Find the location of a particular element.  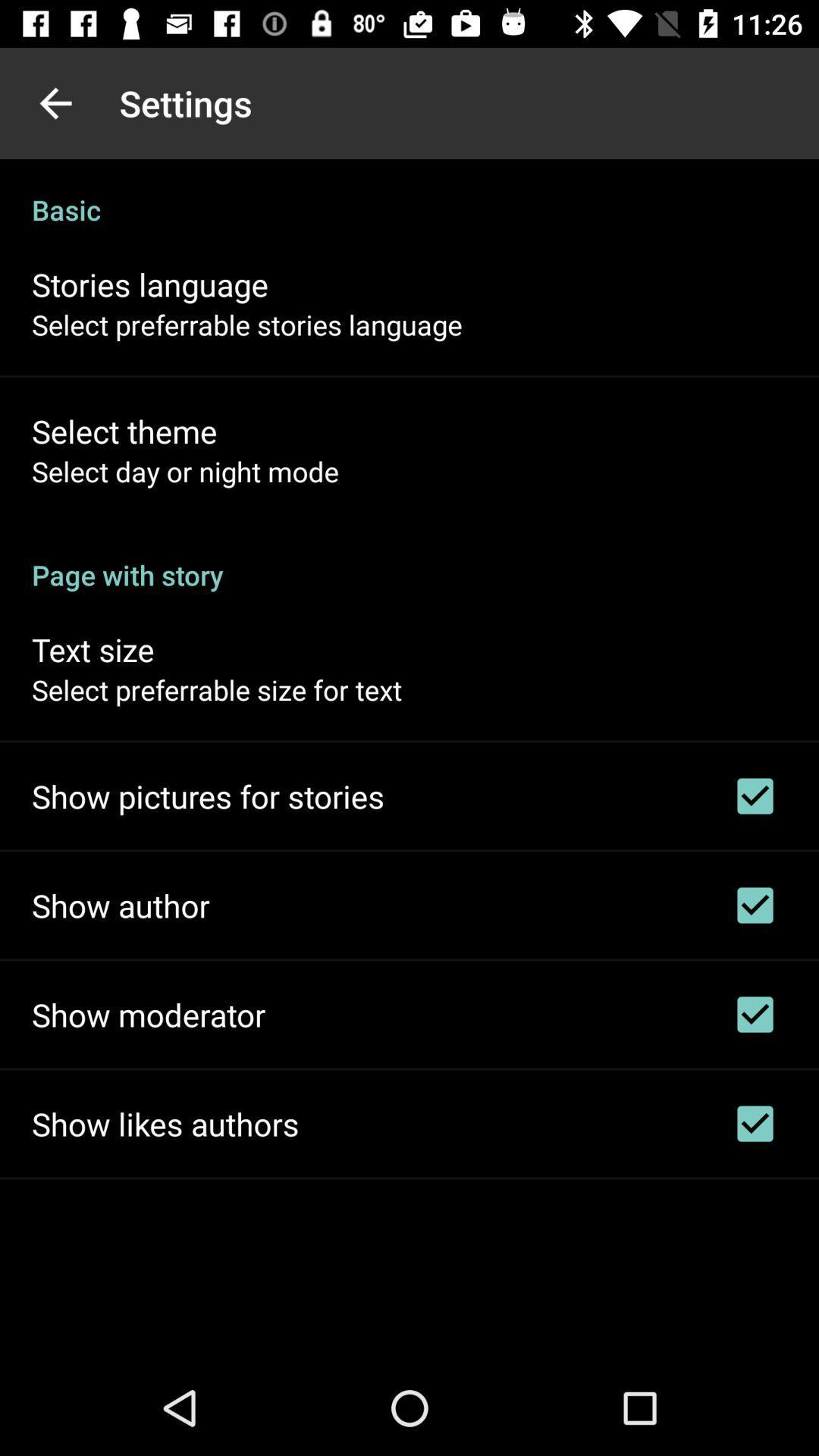

item above the stories language item is located at coordinates (409, 193).